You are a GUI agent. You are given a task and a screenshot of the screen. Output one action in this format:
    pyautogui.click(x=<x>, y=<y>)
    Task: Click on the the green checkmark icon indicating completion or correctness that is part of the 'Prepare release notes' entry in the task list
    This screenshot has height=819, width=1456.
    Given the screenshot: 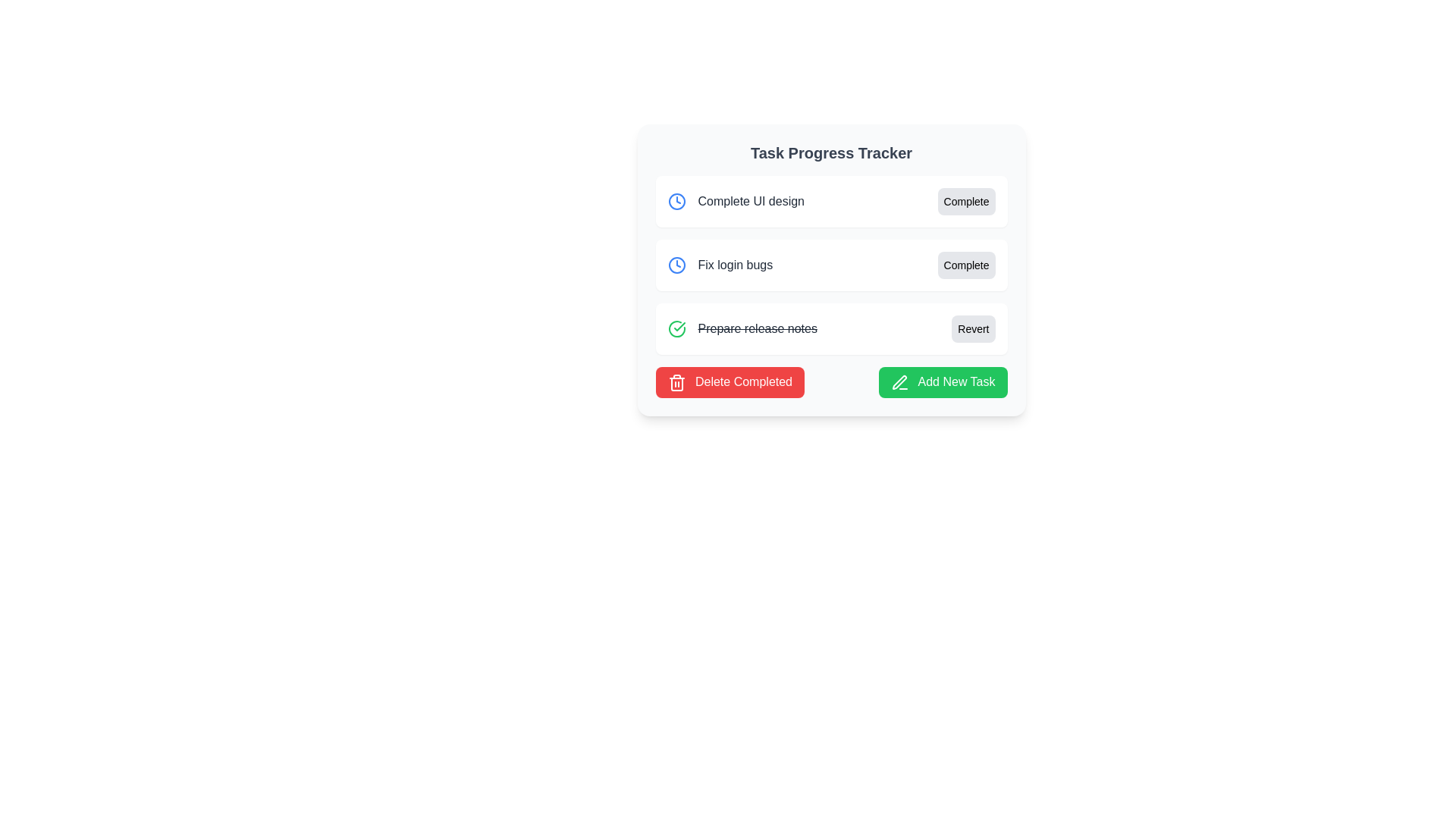 What is the action you would take?
    pyautogui.click(x=679, y=326)
    